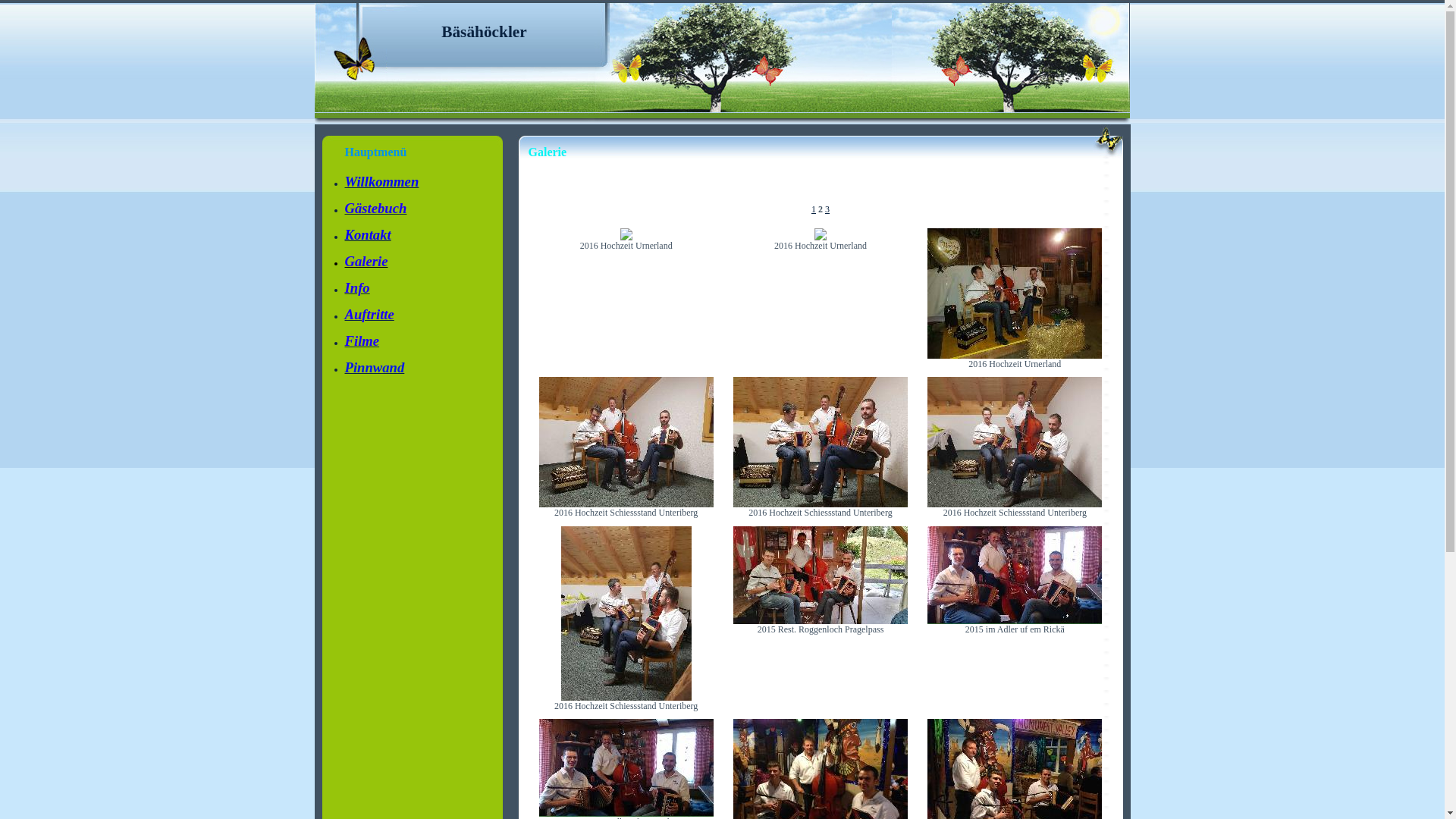 The height and width of the screenshot is (819, 1456). Describe the element at coordinates (356, 289) in the screenshot. I see `'Info'` at that location.